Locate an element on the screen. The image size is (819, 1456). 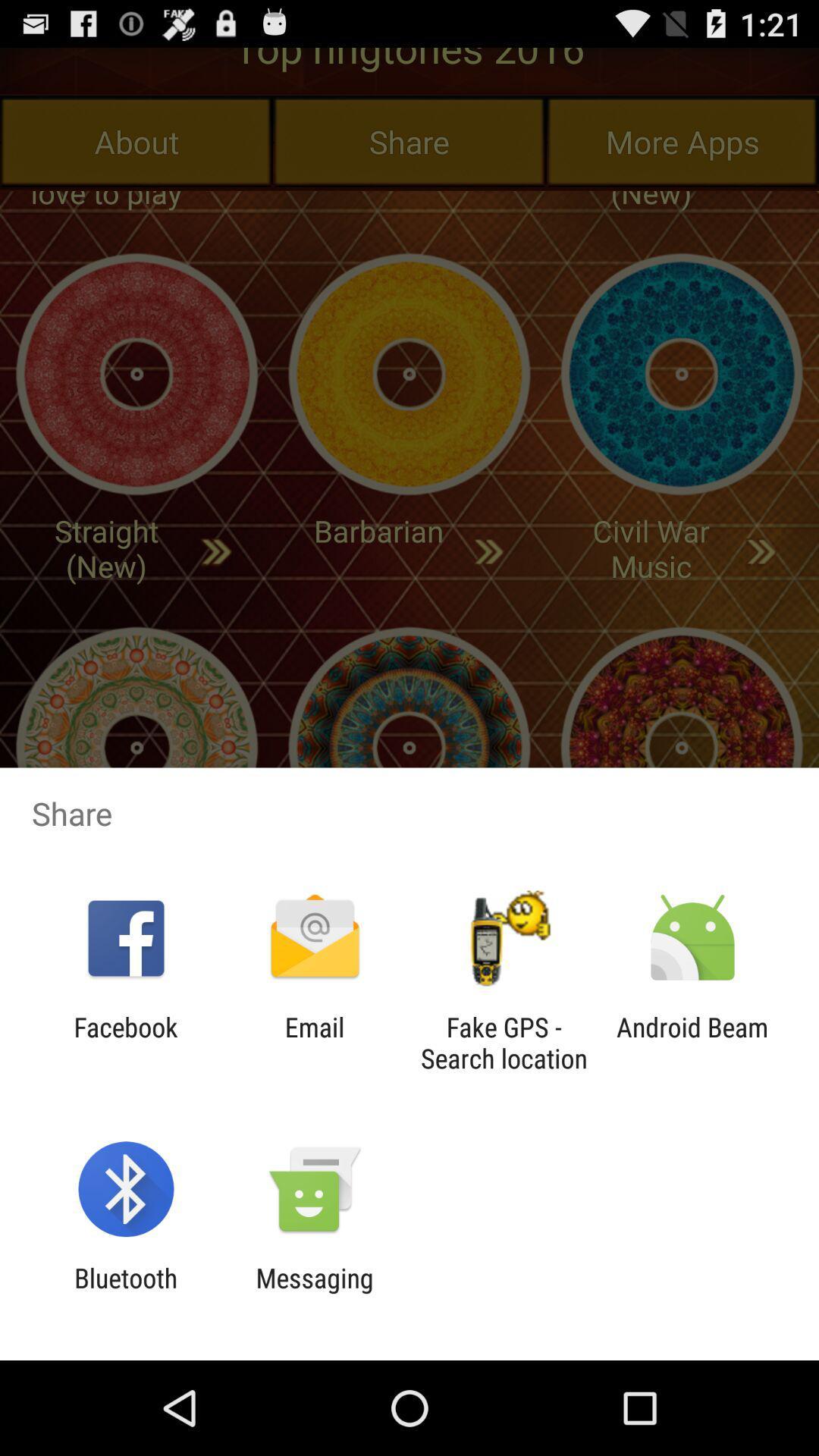
item next to the email app is located at coordinates (504, 1042).